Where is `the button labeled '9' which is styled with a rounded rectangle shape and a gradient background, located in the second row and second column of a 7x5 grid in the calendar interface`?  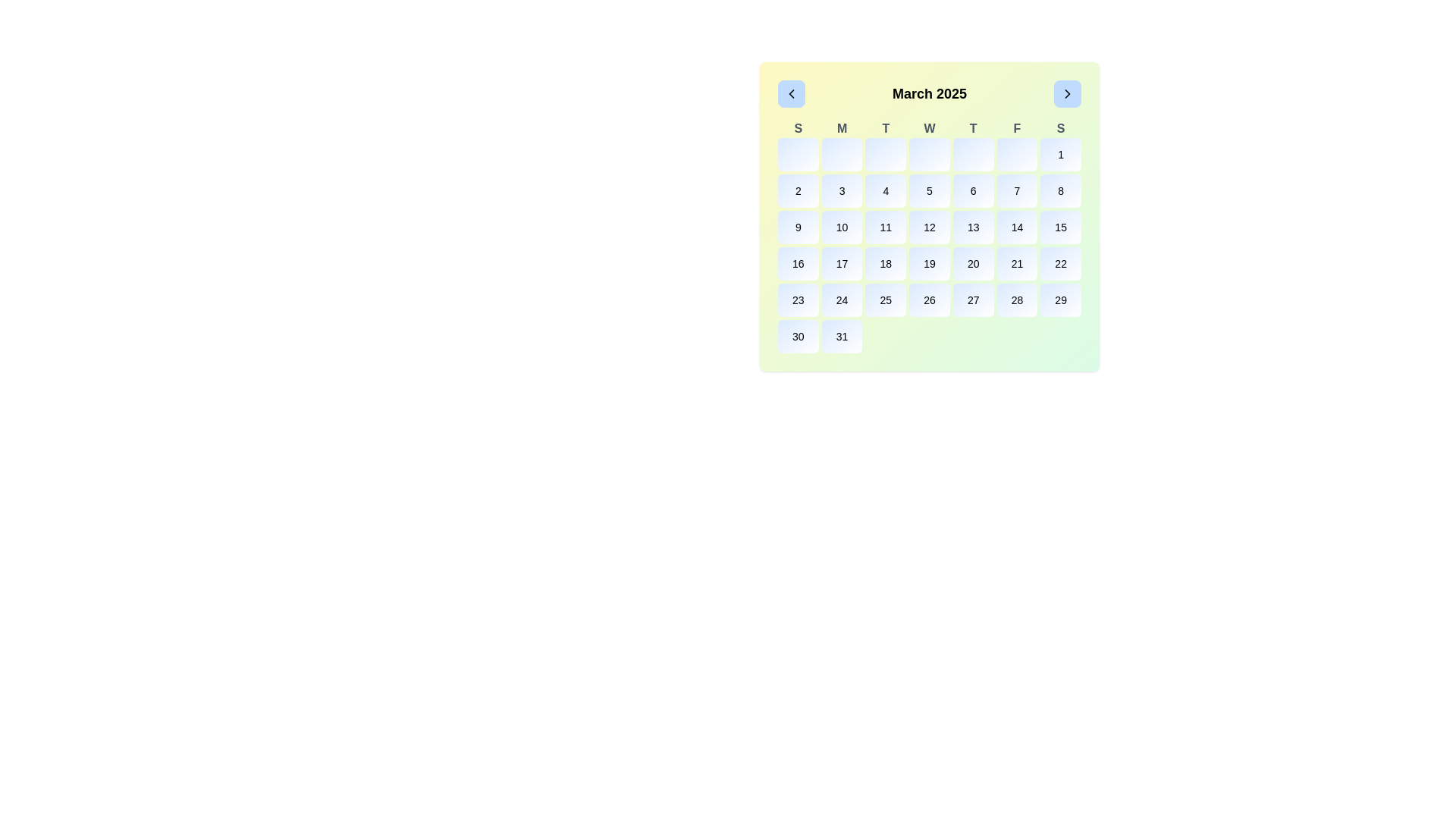 the button labeled '9' which is styled with a rounded rectangle shape and a gradient background, located in the second row and second column of a 7x5 grid in the calendar interface is located at coordinates (797, 227).